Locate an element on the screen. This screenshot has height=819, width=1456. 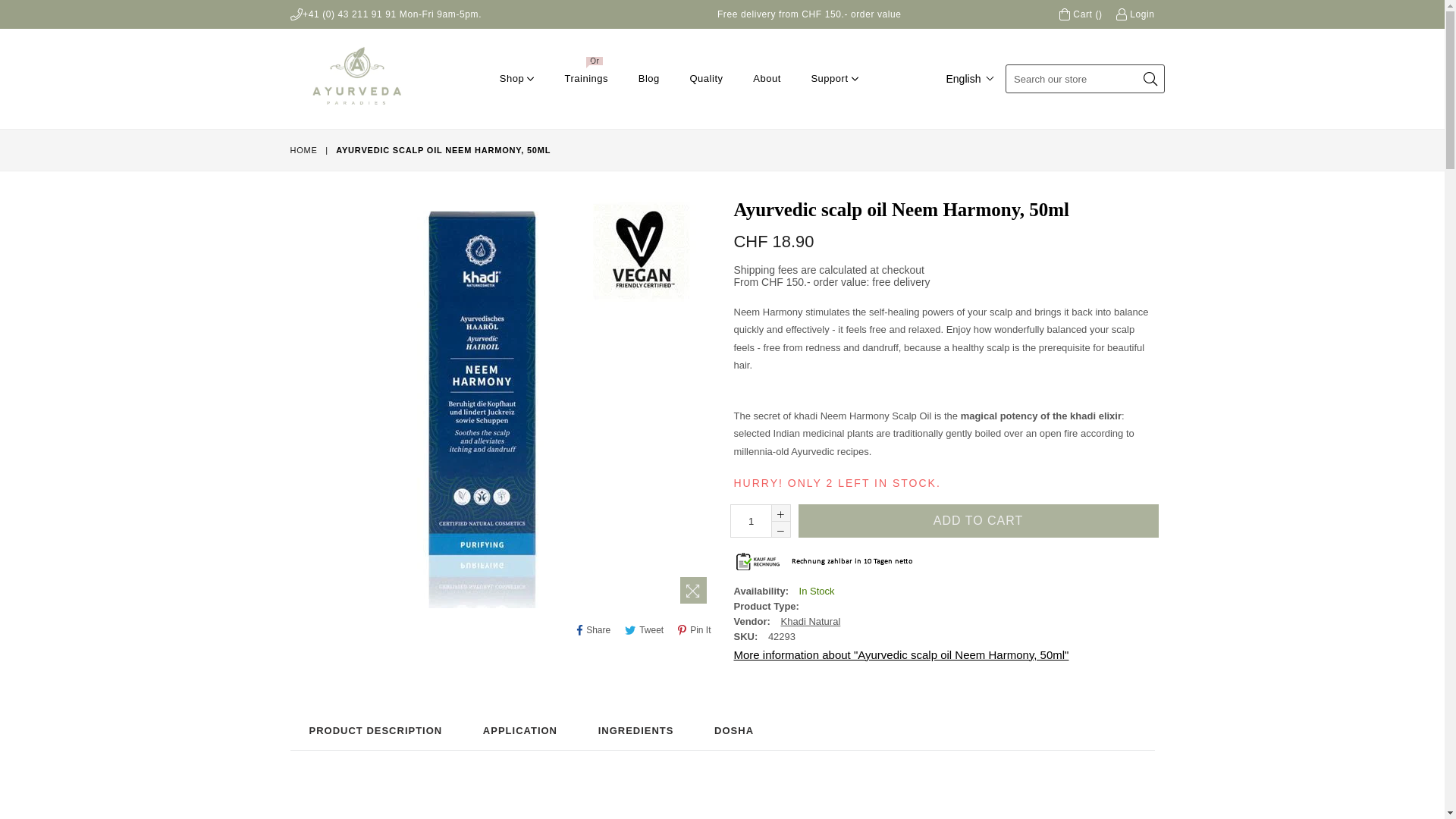
'Cart ()' is located at coordinates (1080, 14).